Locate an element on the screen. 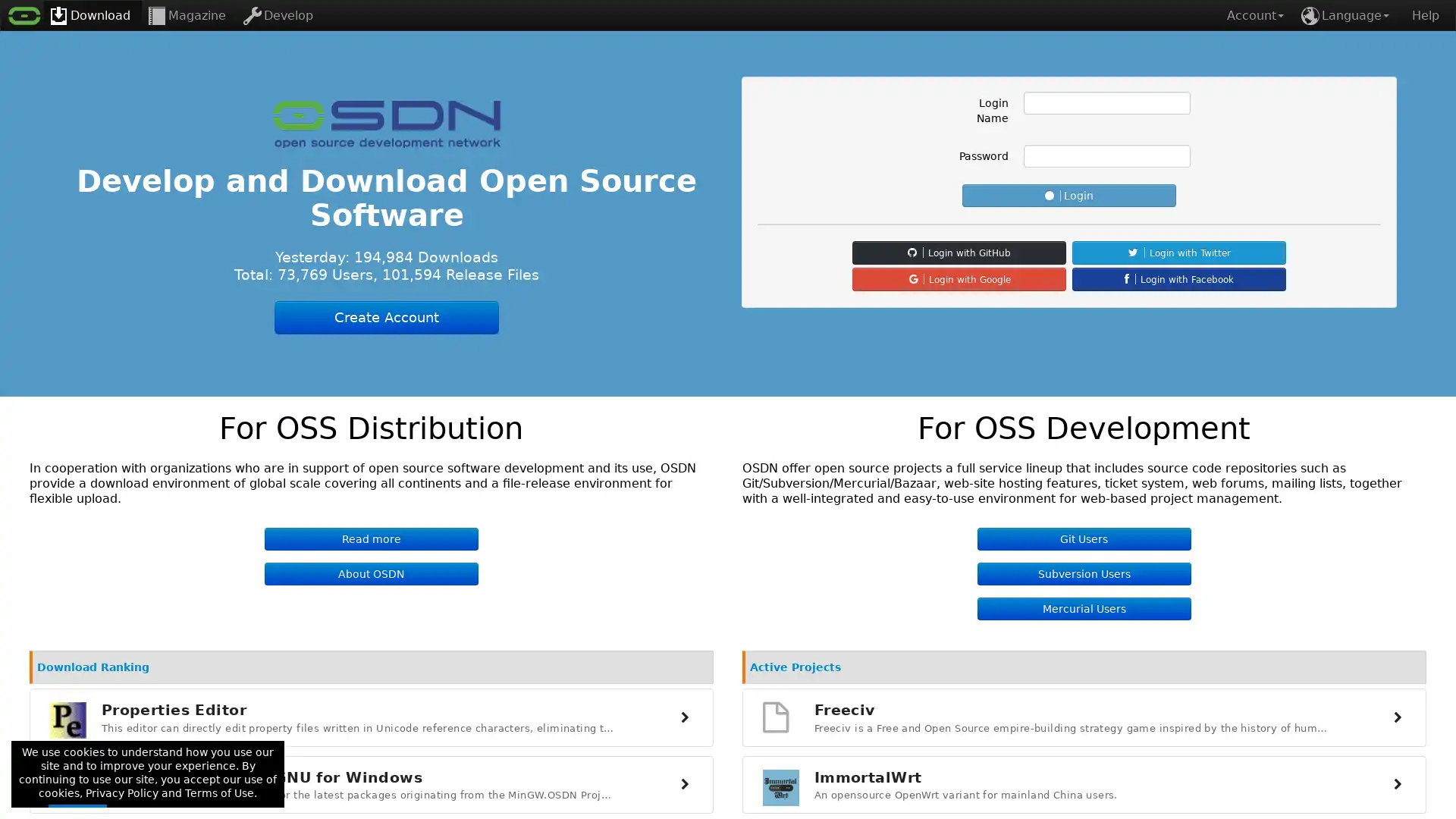  Login is located at coordinates (1068, 195).